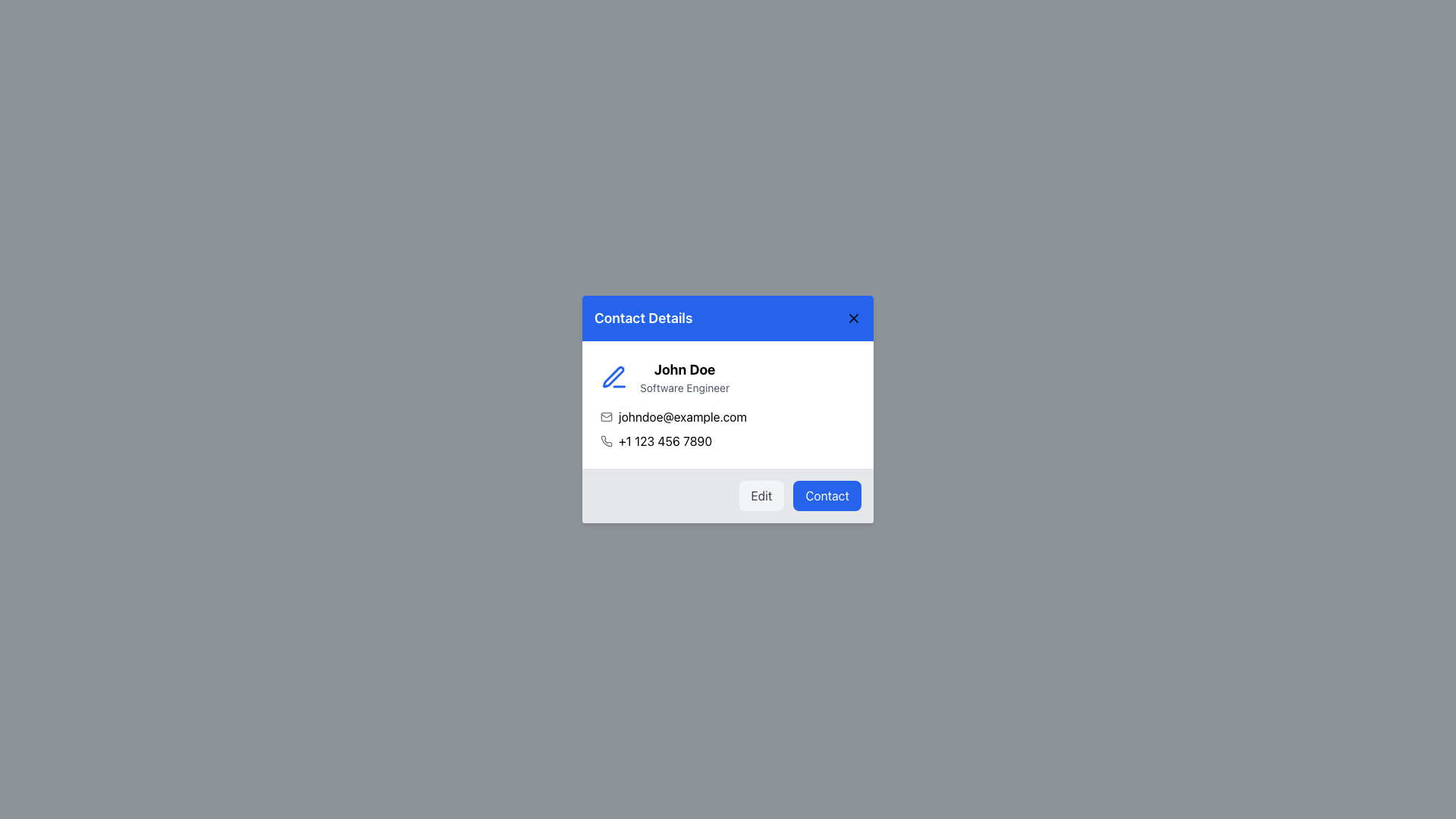  Describe the element at coordinates (614, 376) in the screenshot. I see `the editing icon located in the top-left section of the contact card, positioned to the left of the text 'John Doe' and 'Software Engineer'` at that location.